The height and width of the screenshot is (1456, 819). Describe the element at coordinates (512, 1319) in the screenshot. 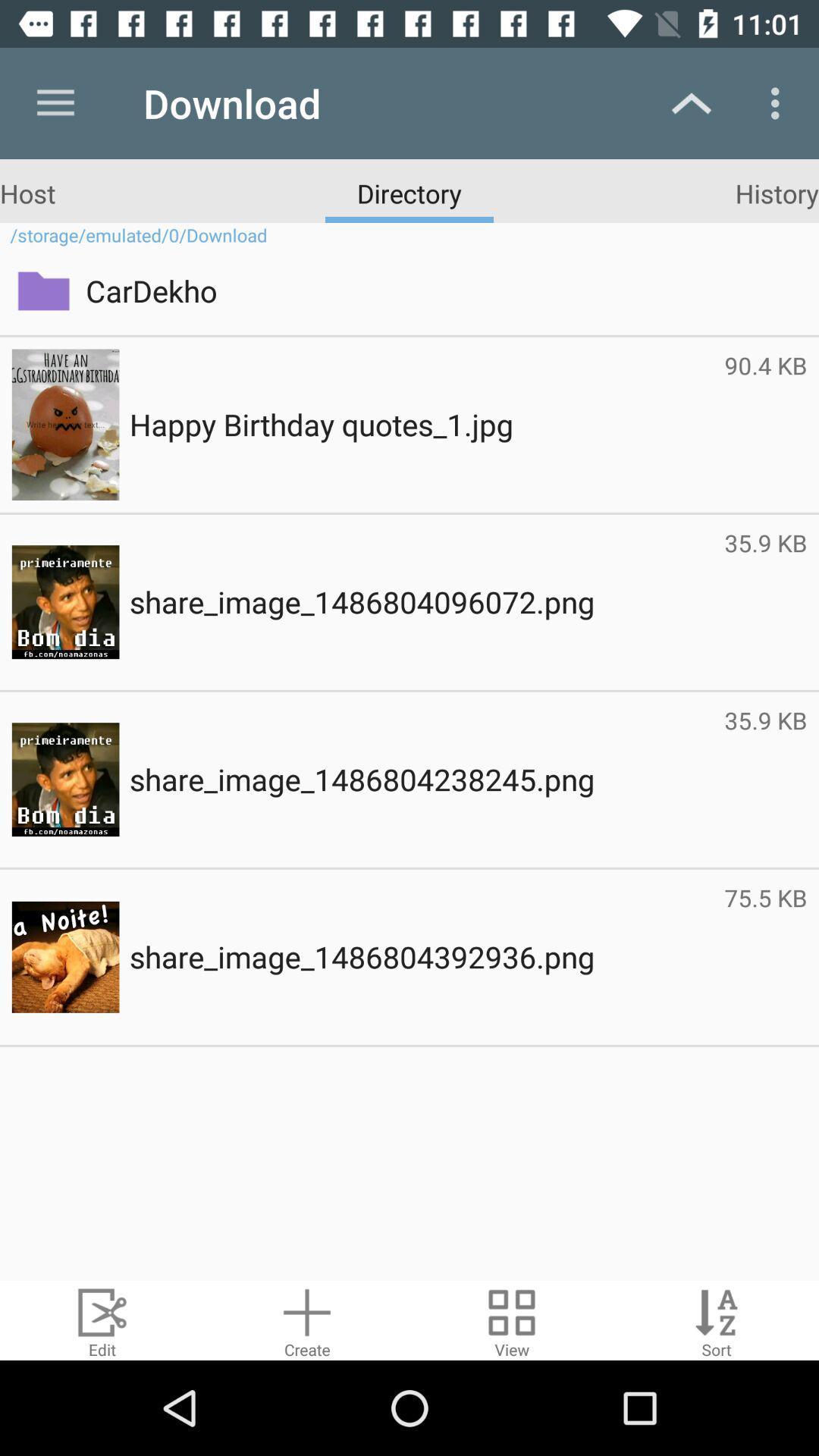

I see `view` at that location.